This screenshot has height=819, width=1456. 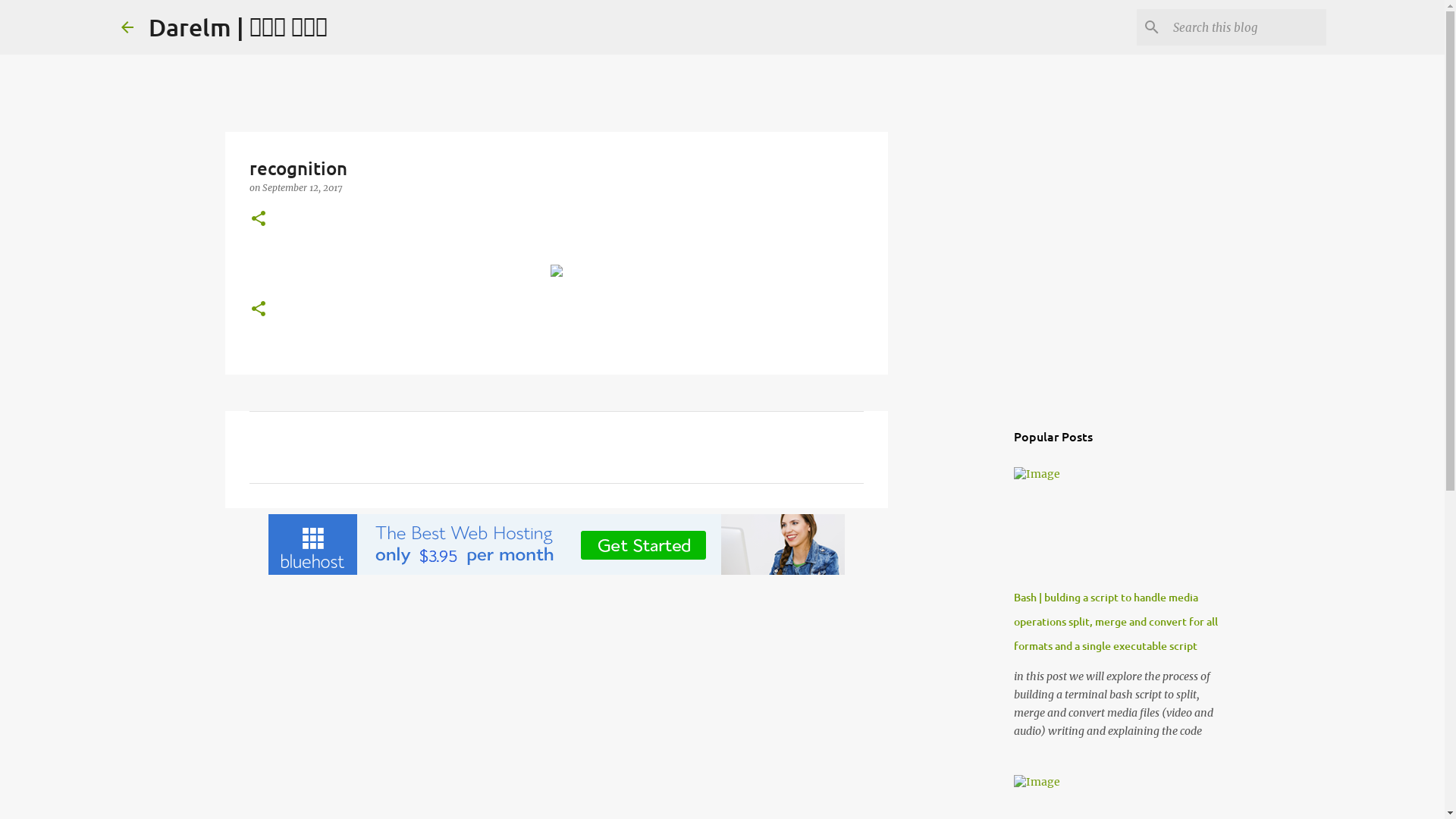 I want to click on 'September 12, 2017', so click(x=302, y=187).